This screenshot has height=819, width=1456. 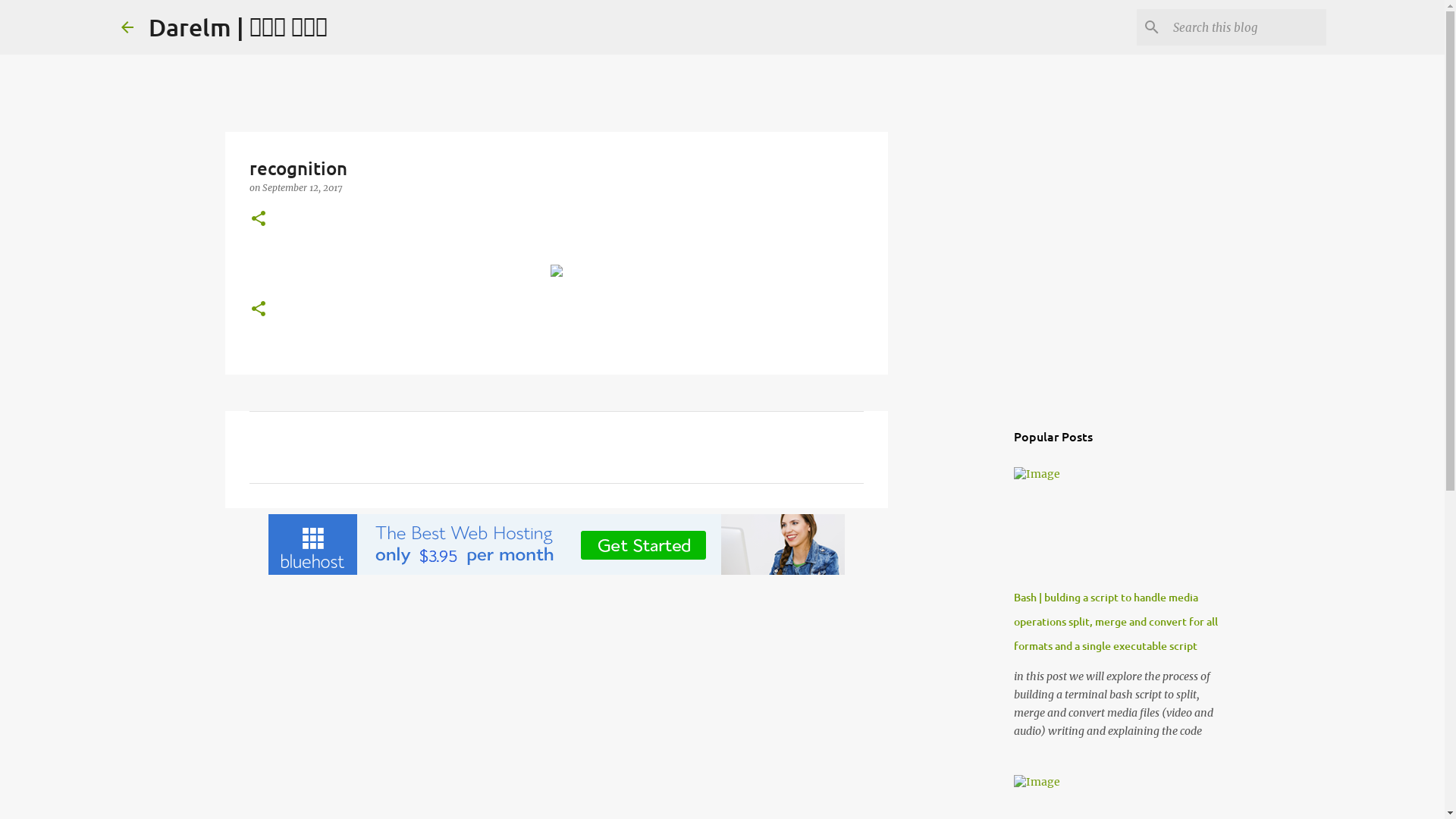 I want to click on 'September 12, 2017', so click(x=302, y=187).